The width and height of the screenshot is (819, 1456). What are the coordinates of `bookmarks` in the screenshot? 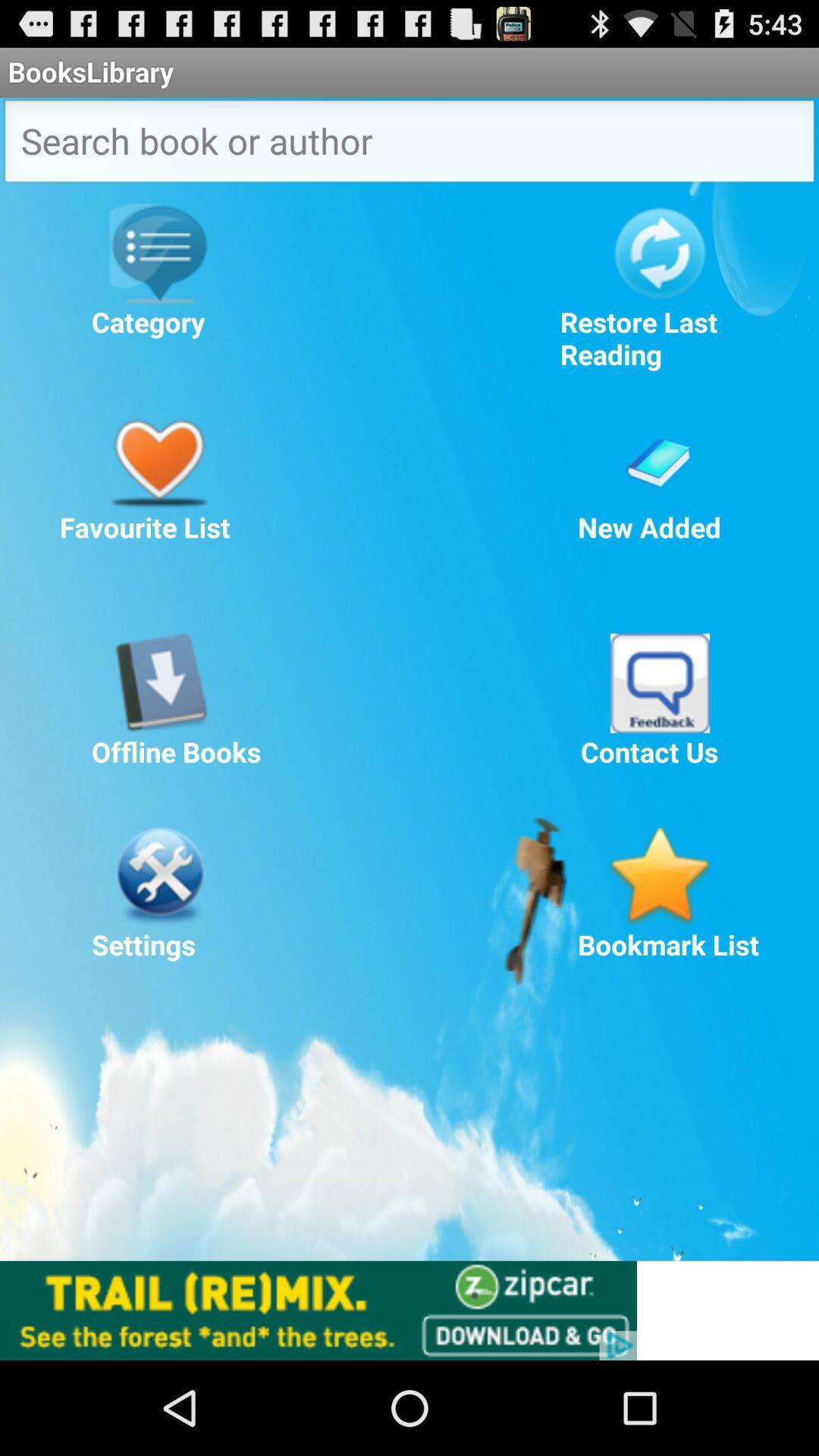 It's located at (659, 876).